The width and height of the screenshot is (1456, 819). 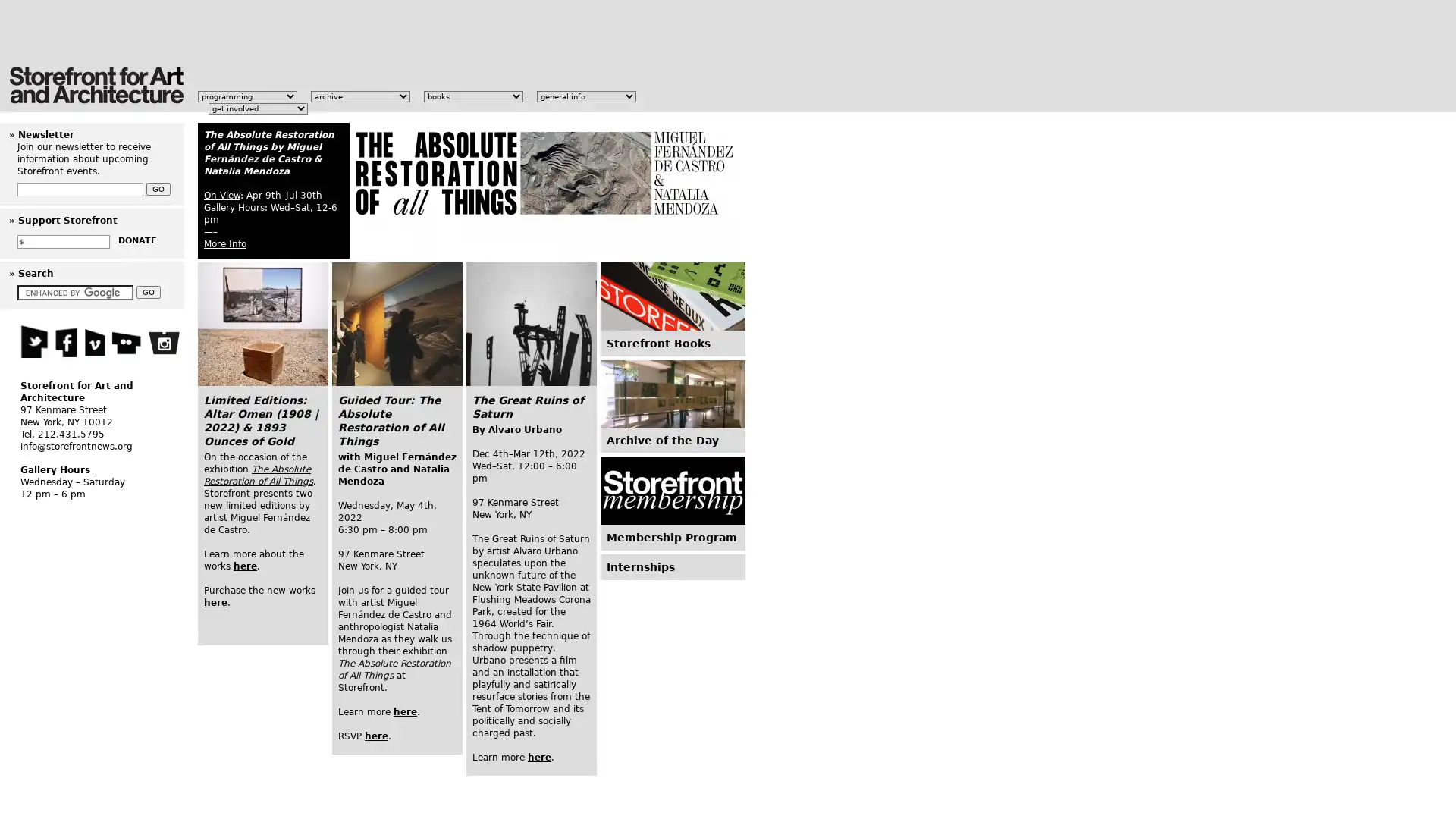 What do you see at coordinates (149, 292) in the screenshot?
I see `GO` at bounding box center [149, 292].